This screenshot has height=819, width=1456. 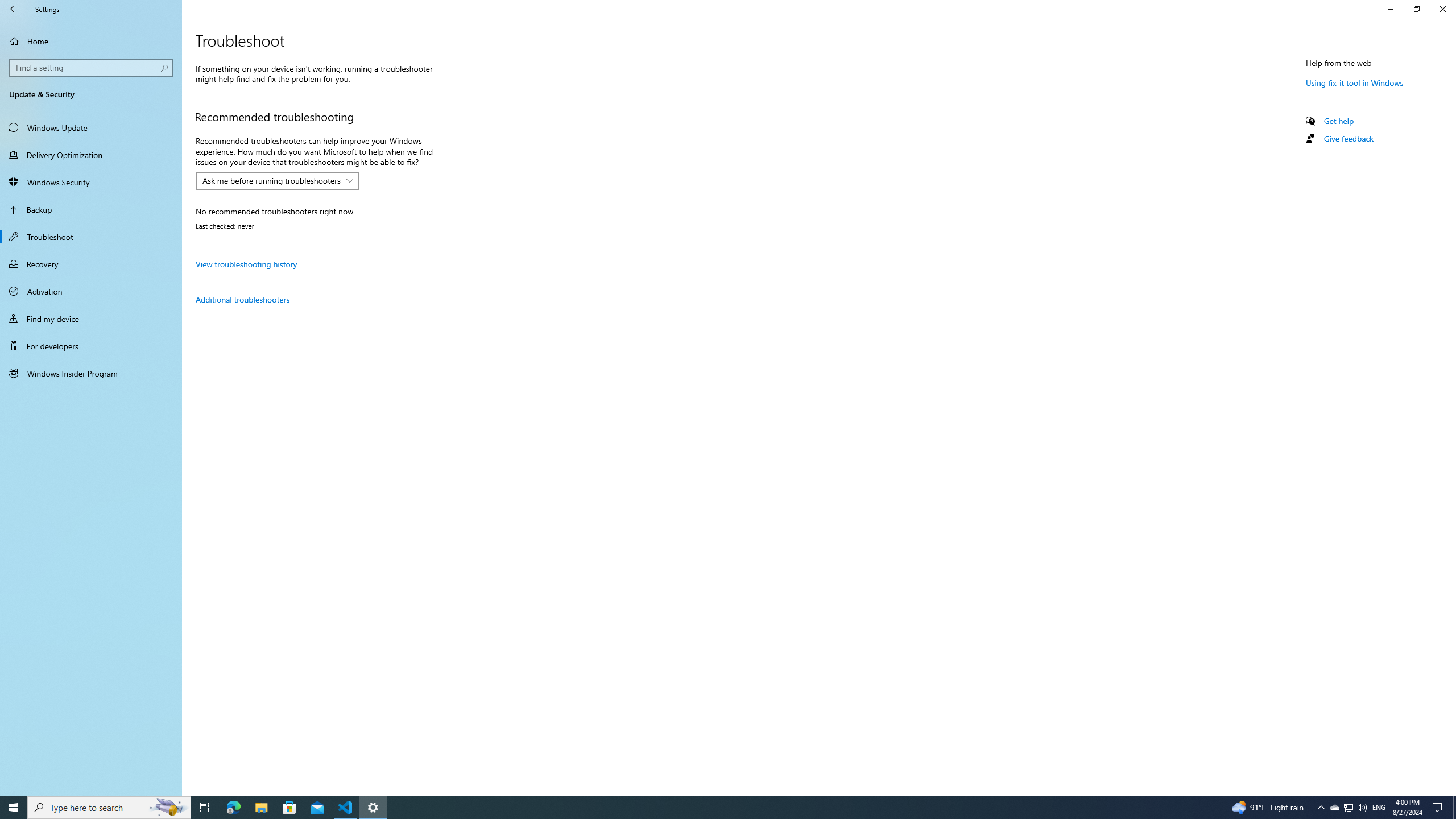 What do you see at coordinates (90, 372) in the screenshot?
I see `'Windows Insider Program'` at bounding box center [90, 372].